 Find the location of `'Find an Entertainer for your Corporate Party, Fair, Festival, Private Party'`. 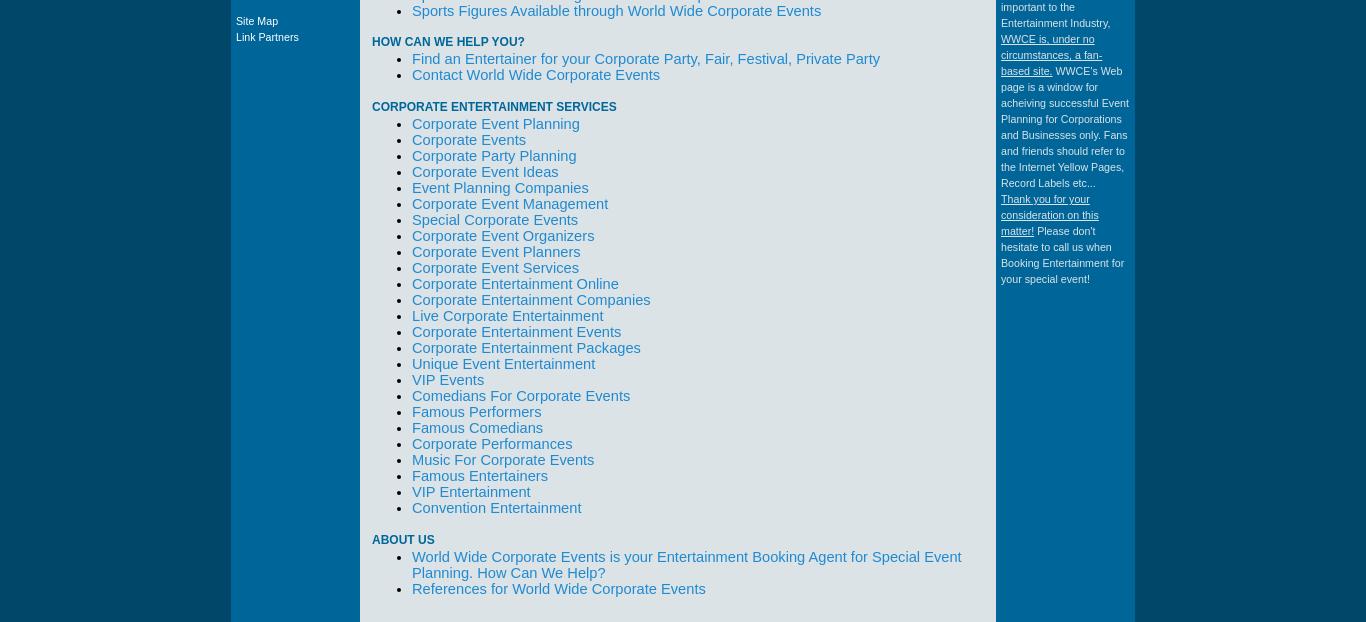

'Find an Entertainer for your Corporate Party, Fair, Festival, Private Party' is located at coordinates (644, 59).